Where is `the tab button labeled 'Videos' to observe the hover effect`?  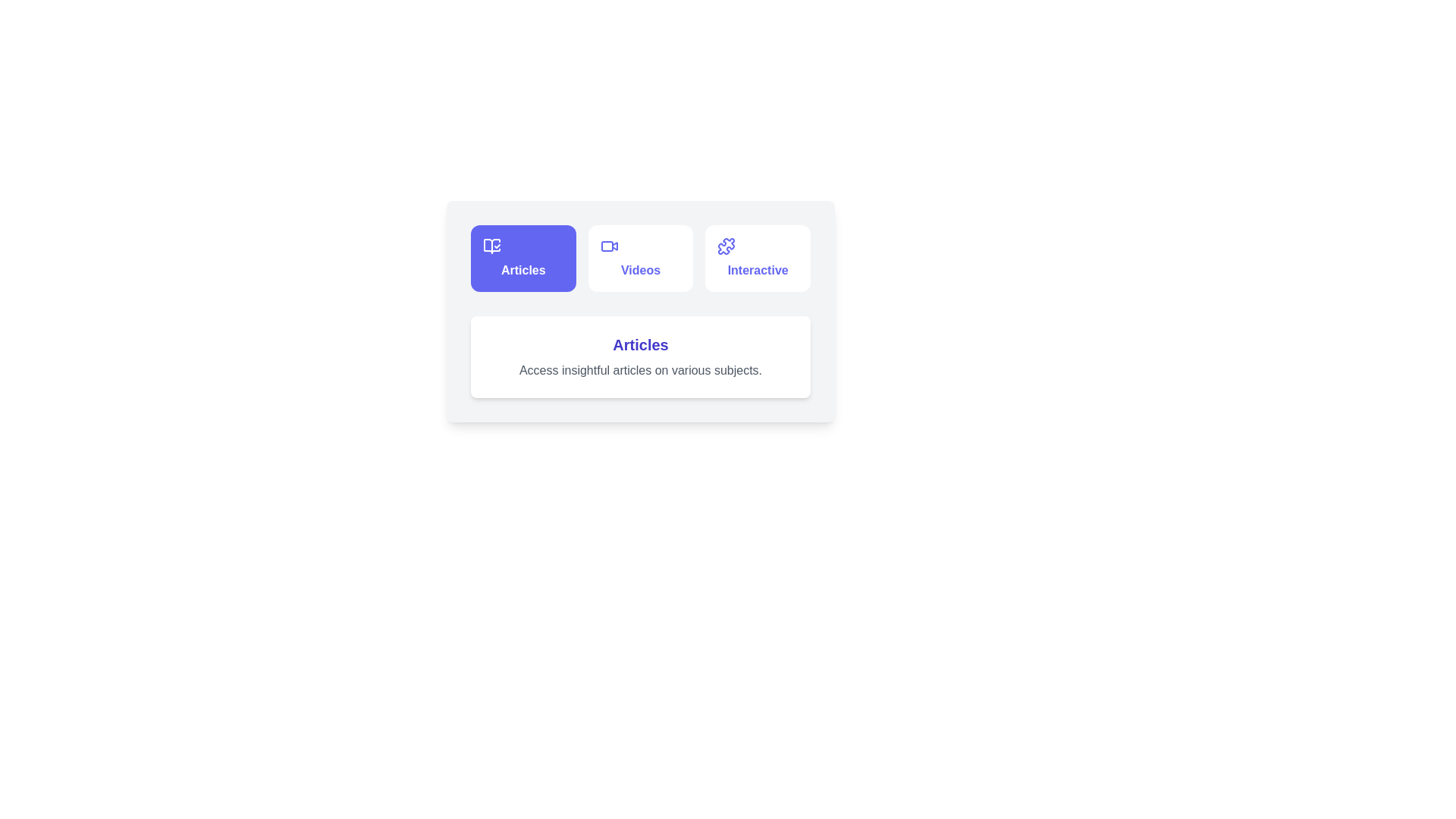 the tab button labeled 'Videos' to observe the hover effect is located at coordinates (640, 257).